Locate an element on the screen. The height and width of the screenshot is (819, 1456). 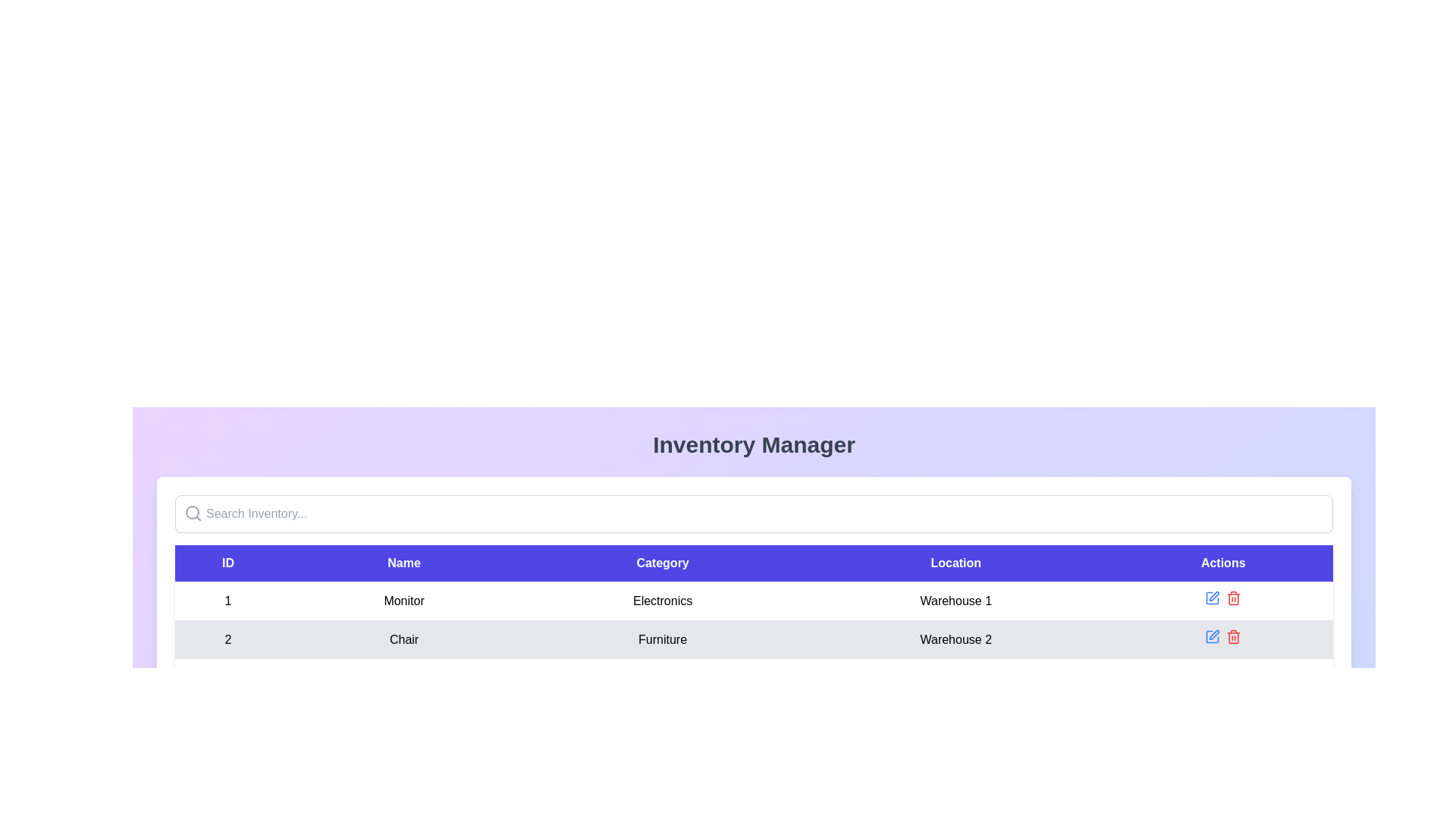
the non-interactive label in the 'Category' column of the second row that displays 'Furniture' is located at coordinates (663, 639).